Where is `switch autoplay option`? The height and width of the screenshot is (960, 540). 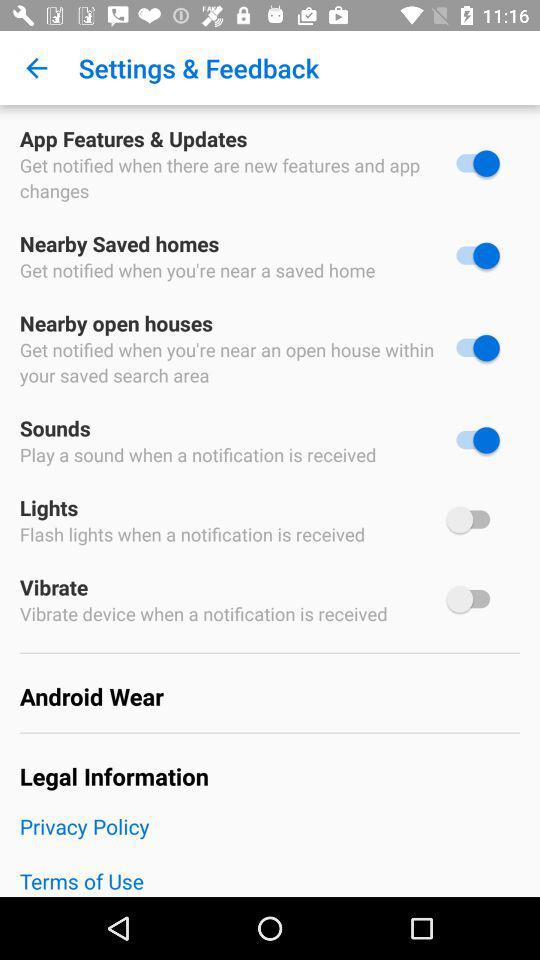 switch autoplay option is located at coordinates (472, 518).